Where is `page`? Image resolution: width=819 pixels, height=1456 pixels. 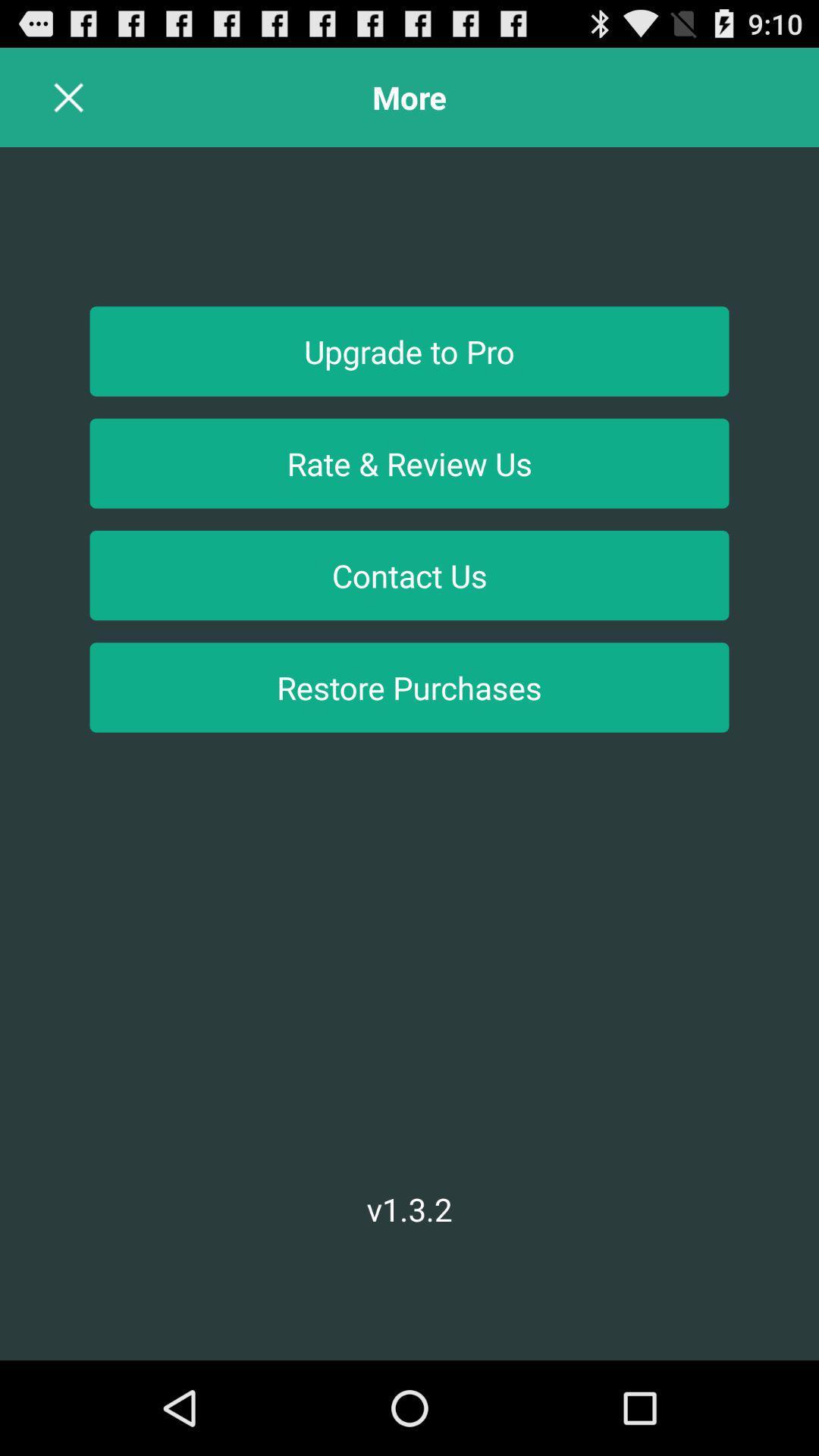
page is located at coordinates (69, 96).